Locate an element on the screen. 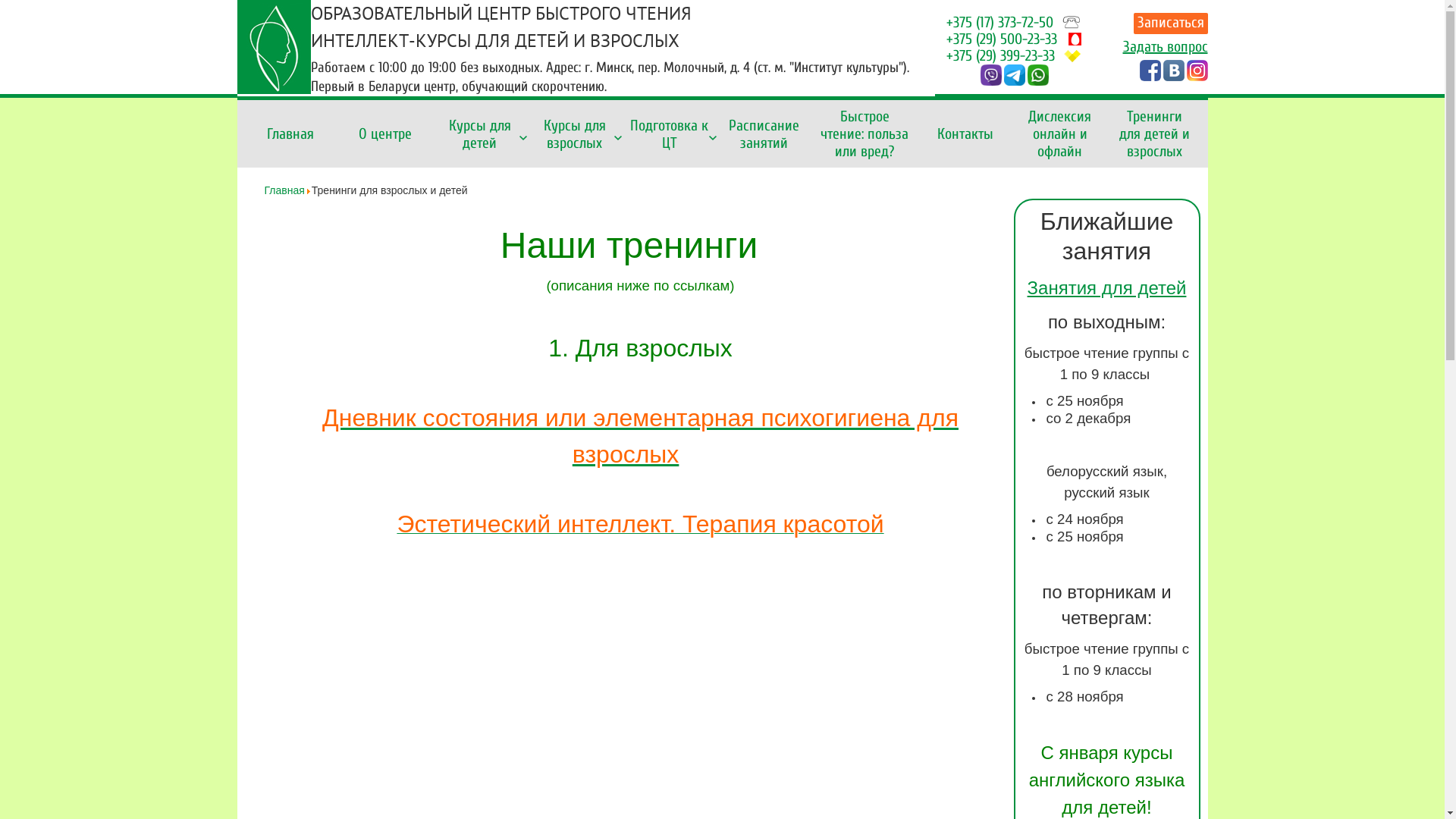 The image size is (1456, 819). '+375 (17) 373-72-50' is located at coordinates (999, 22).